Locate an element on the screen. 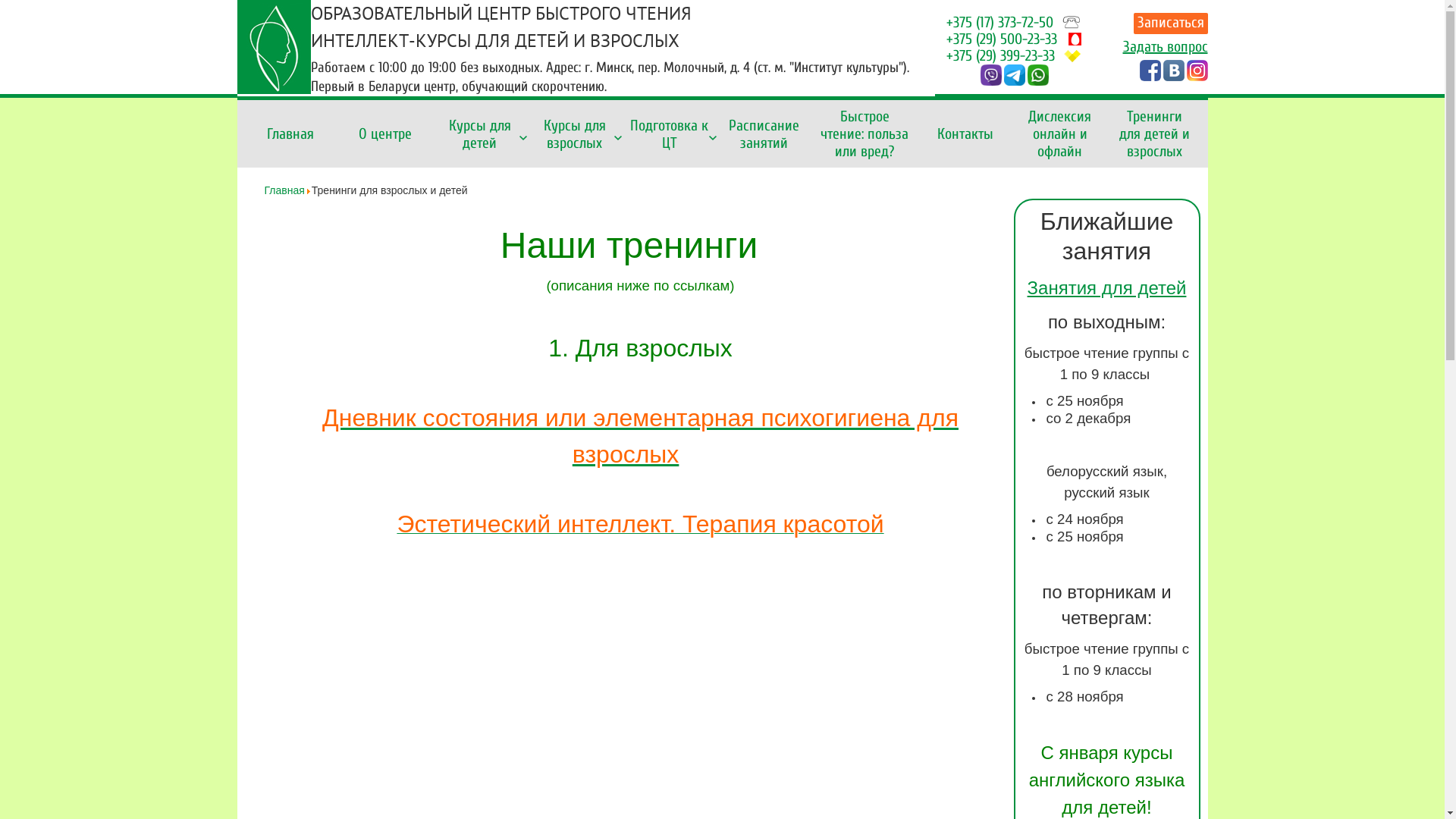 The image size is (1456, 819). '+375 (17) 373-72-50' is located at coordinates (999, 22).